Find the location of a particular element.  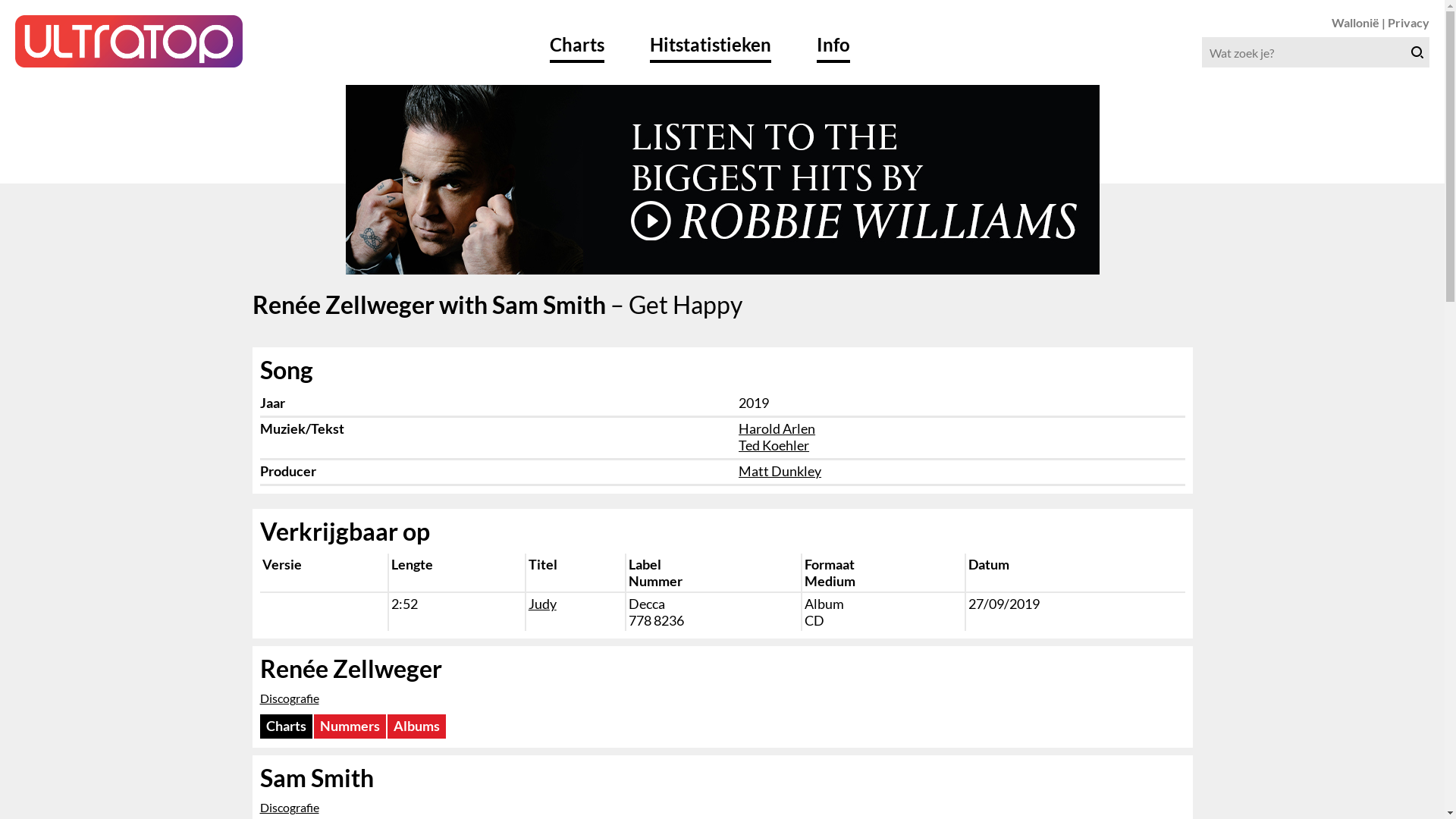

'Discografie' is located at coordinates (288, 806).